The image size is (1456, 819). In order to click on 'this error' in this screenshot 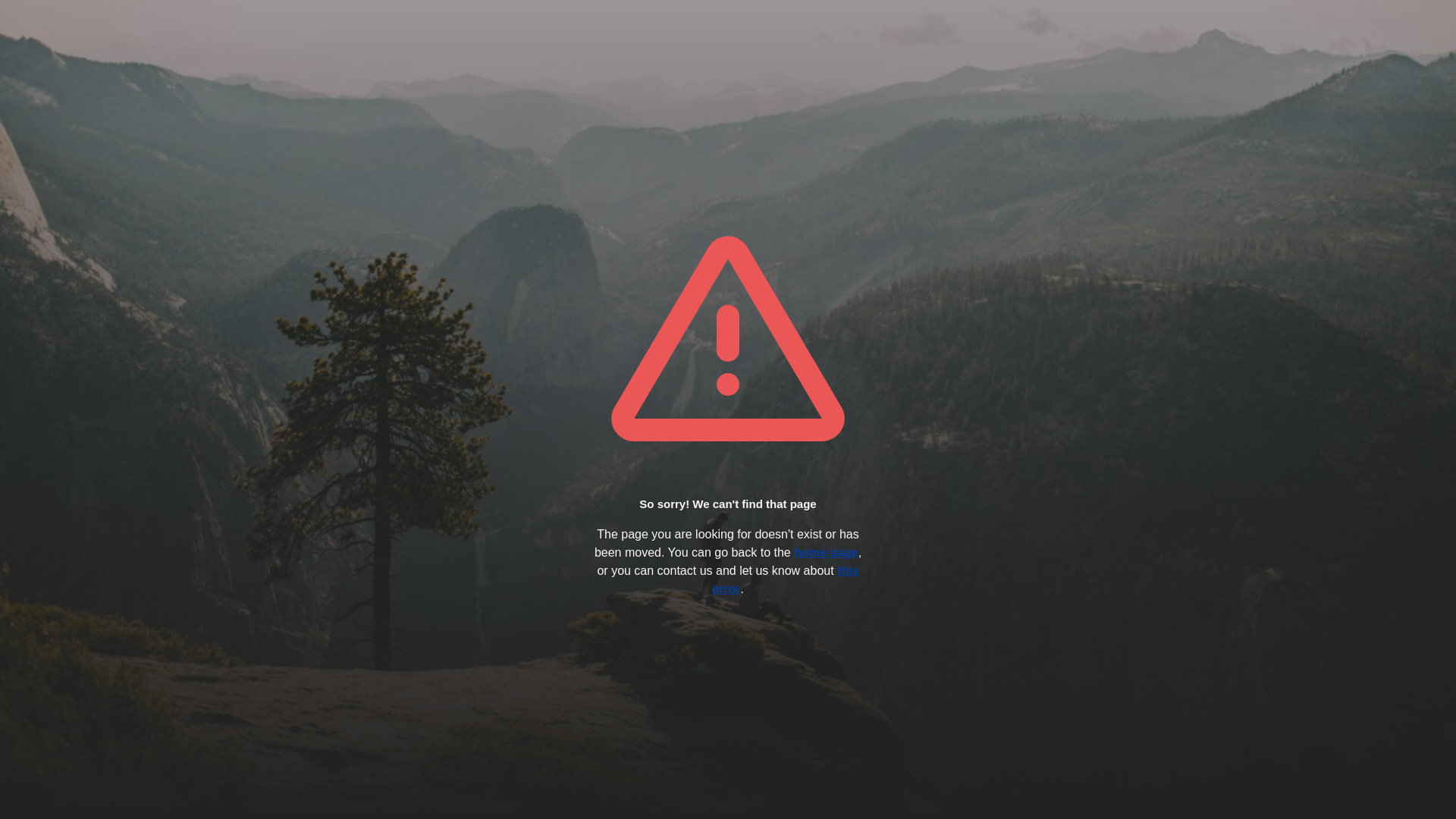, I will do `click(785, 579)`.